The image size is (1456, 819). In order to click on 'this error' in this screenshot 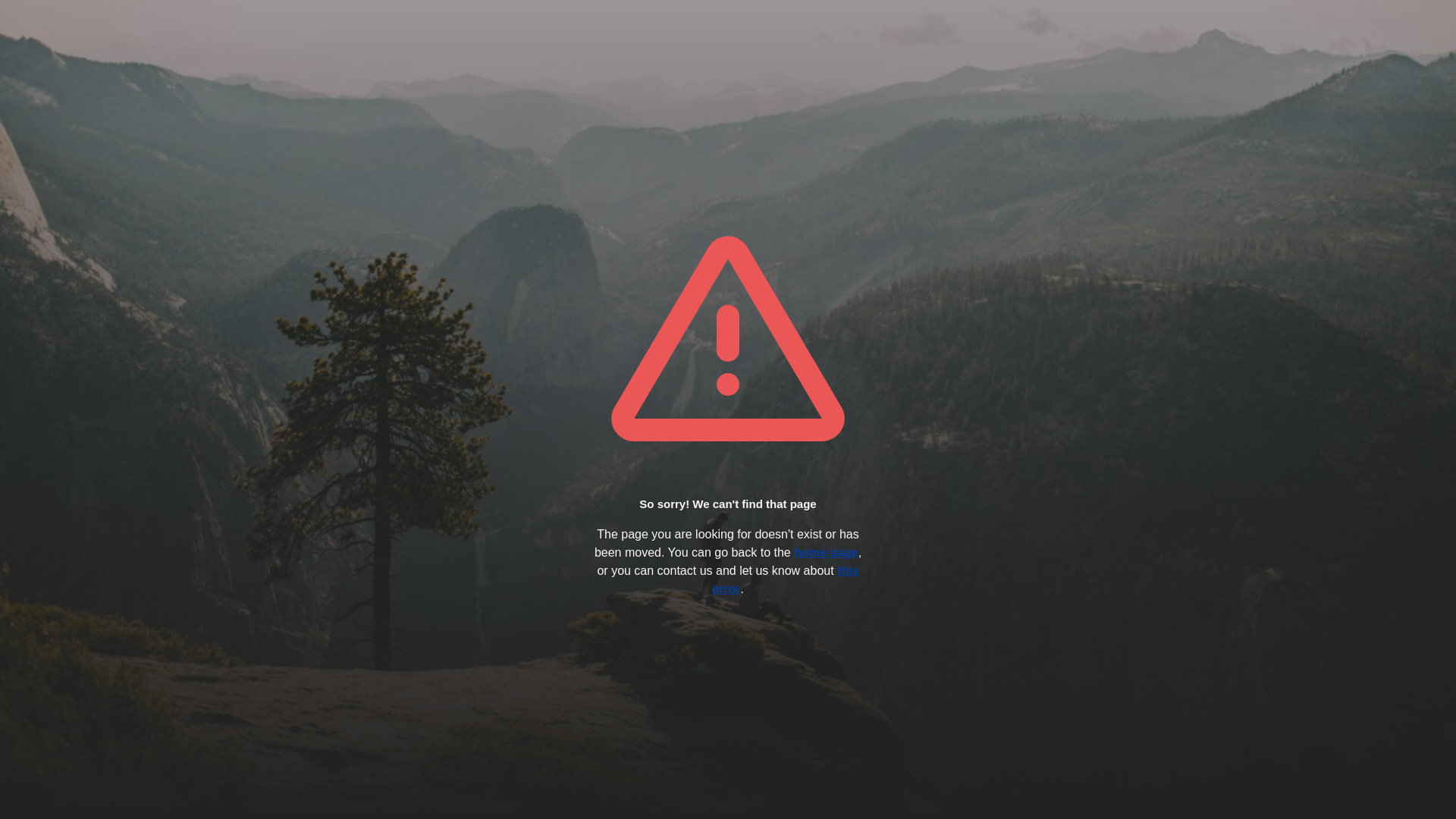, I will do `click(785, 579)`.